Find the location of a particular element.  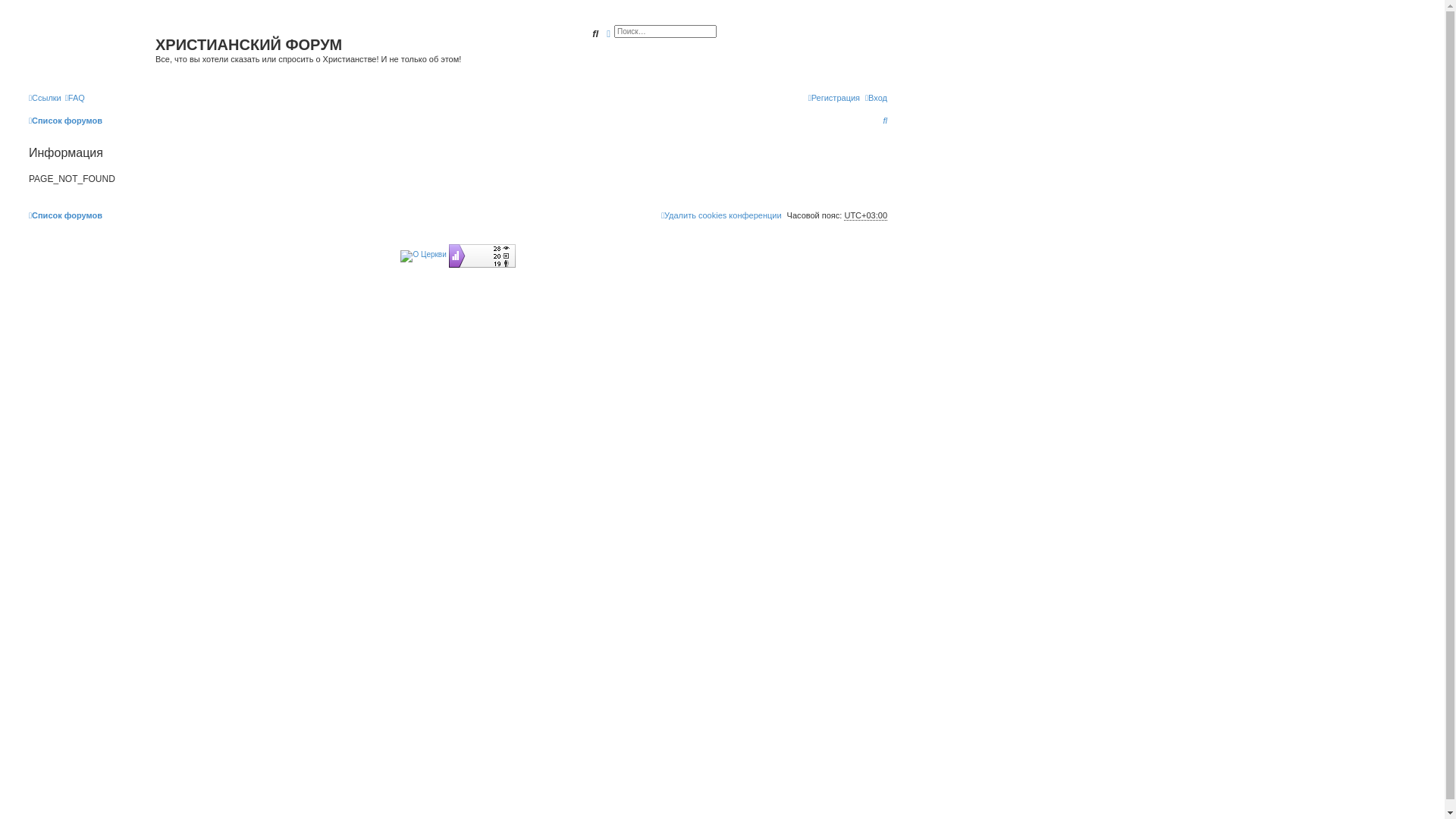

'FAQ' is located at coordinates (64, 97).